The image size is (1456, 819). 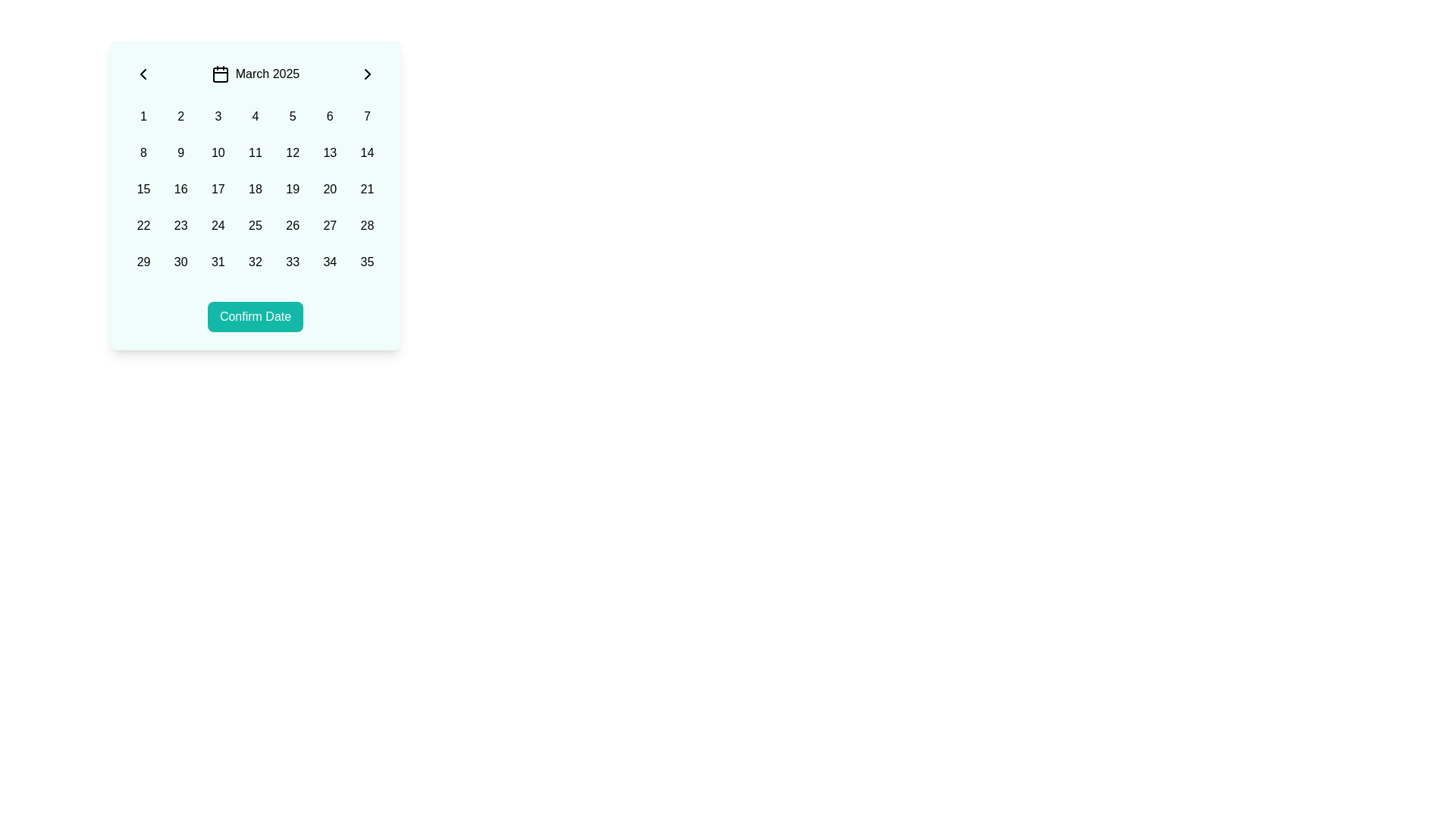 I want to click on the number 4 button in the calendar layout, so click(x=255, y=116).